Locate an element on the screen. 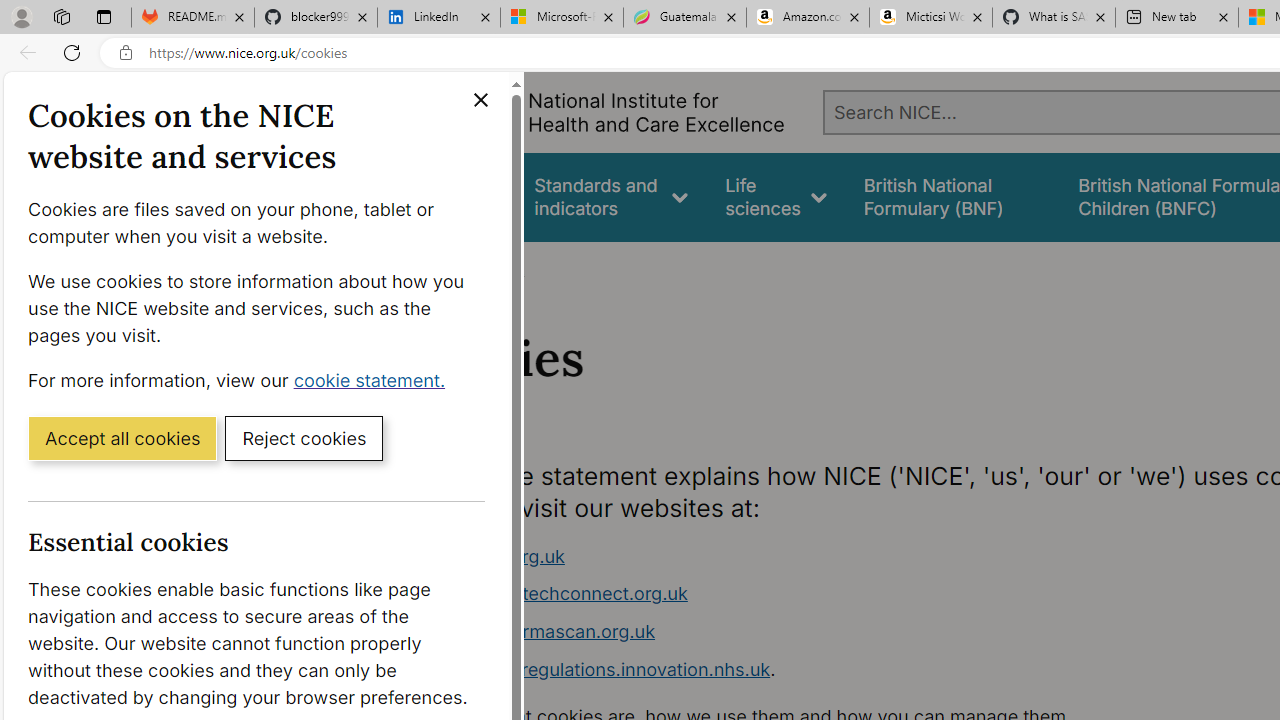 The image size is (1280, 720). 'www.ukpharmascan.org.uk' is located at coordinates (538, 631).